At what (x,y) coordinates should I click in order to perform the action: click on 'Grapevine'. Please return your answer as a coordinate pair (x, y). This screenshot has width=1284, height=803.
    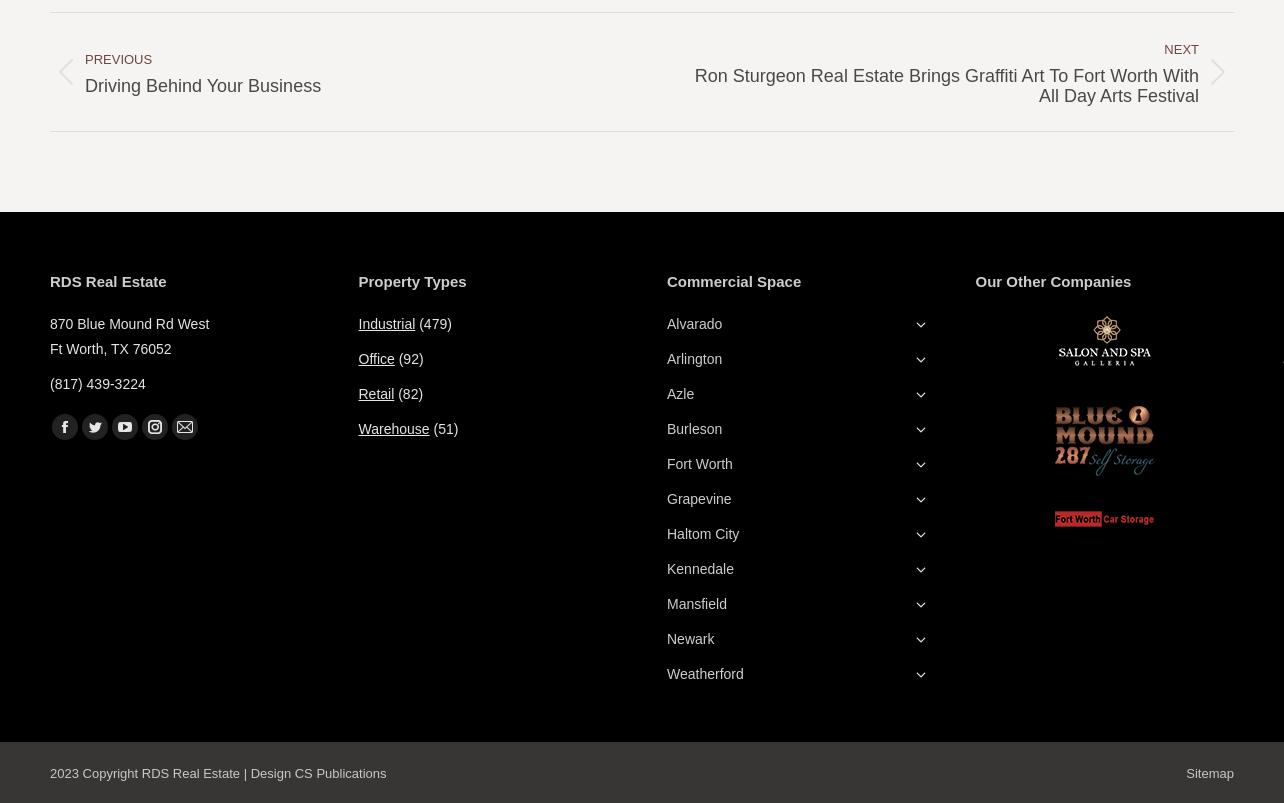
    Looking at the image, I should click on (667, 497).